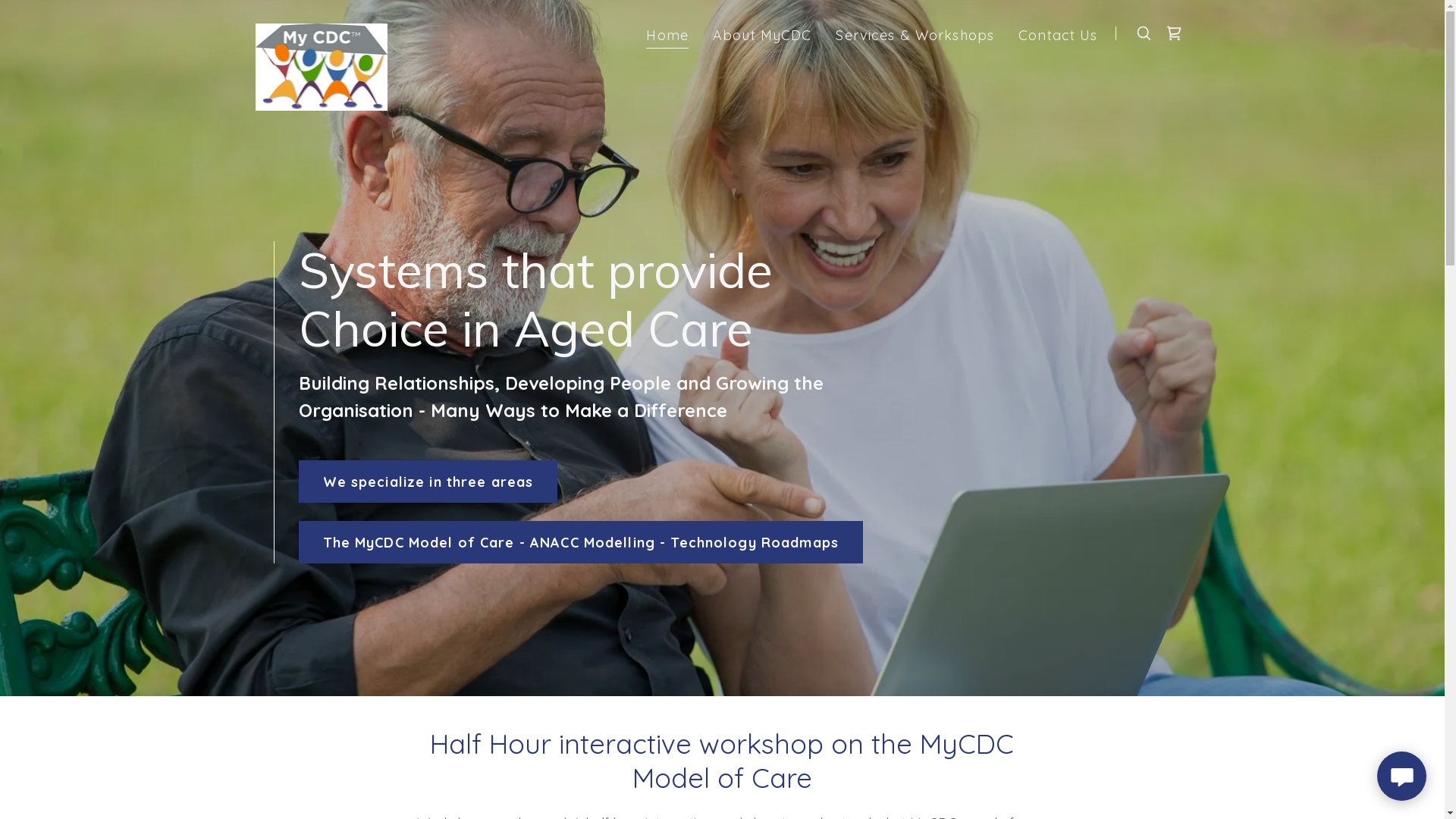 The height and width of the screenshot is (819, 1456). I want to click on 'Home', so click(667, 36).